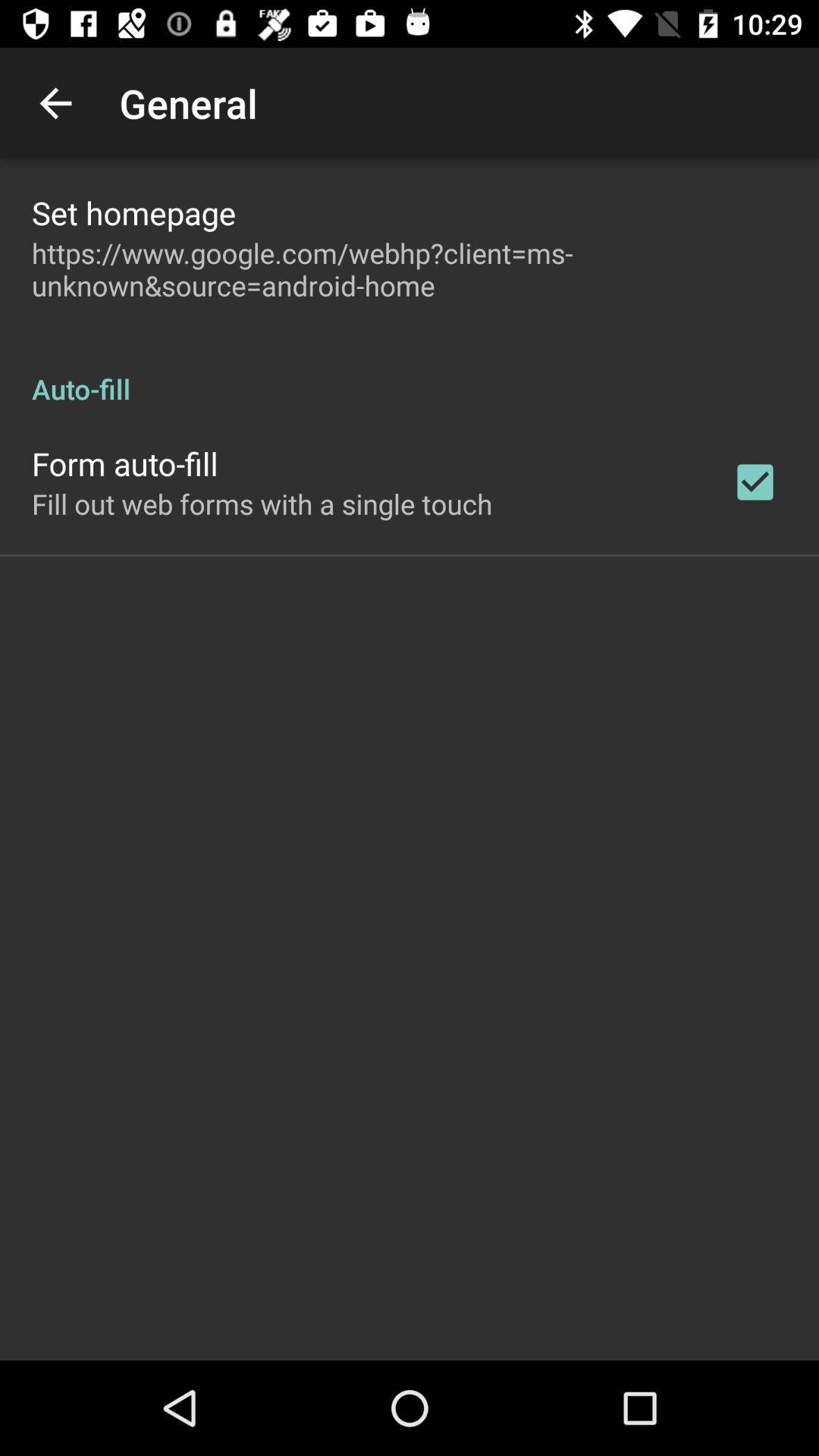 This screenshot has width=819, height=1456. What do you see at coordinates (261, 504) in the screenshot?
I see `fill out web on the left` at bounding box center [261, 504].